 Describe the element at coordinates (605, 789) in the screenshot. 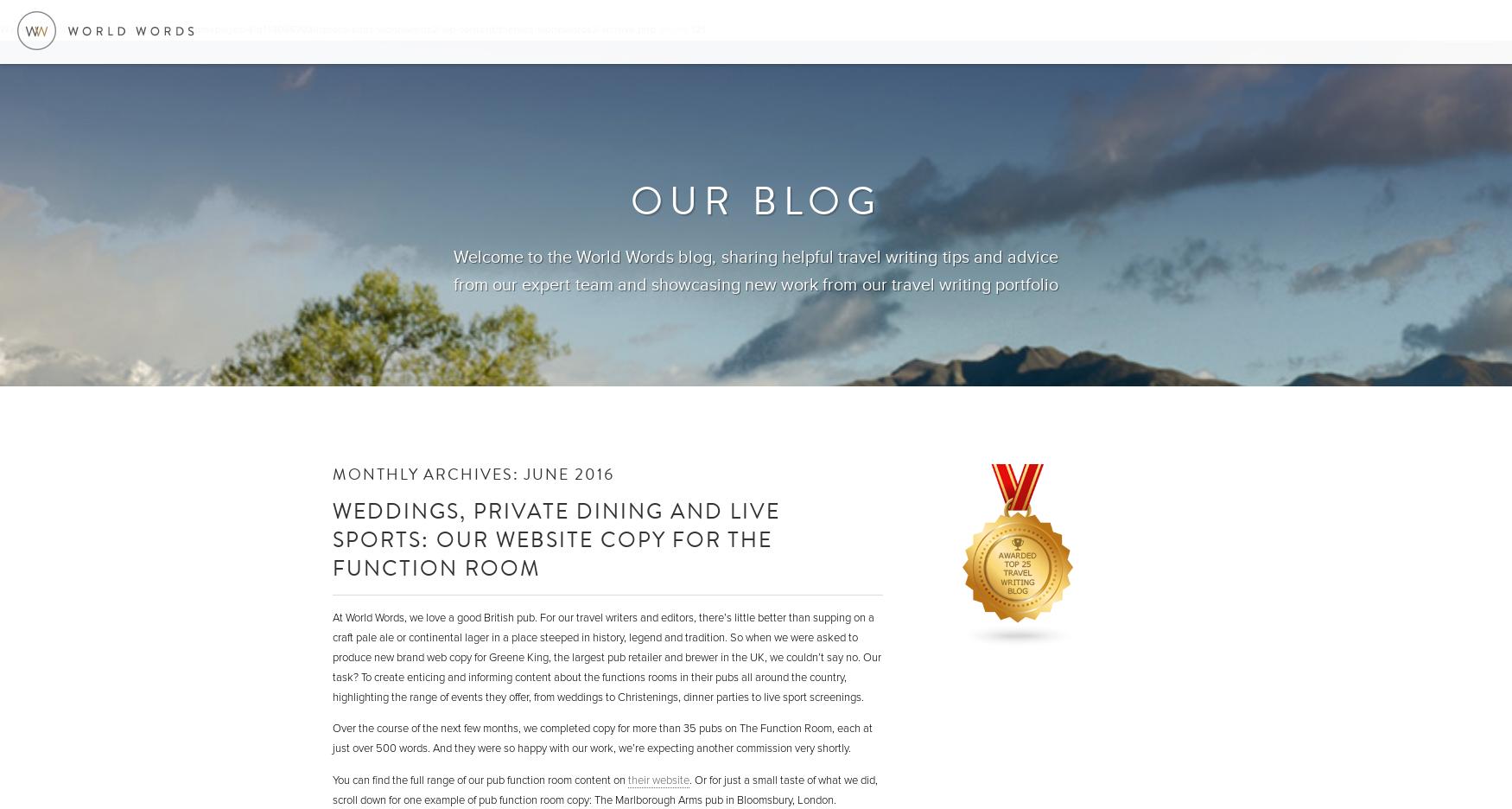

I see `'. Or for just a small taste of what we did, scroll down for one example of pub function room copy: The Marlborough Arms pub in Bloomsbury, London.'` at that location.